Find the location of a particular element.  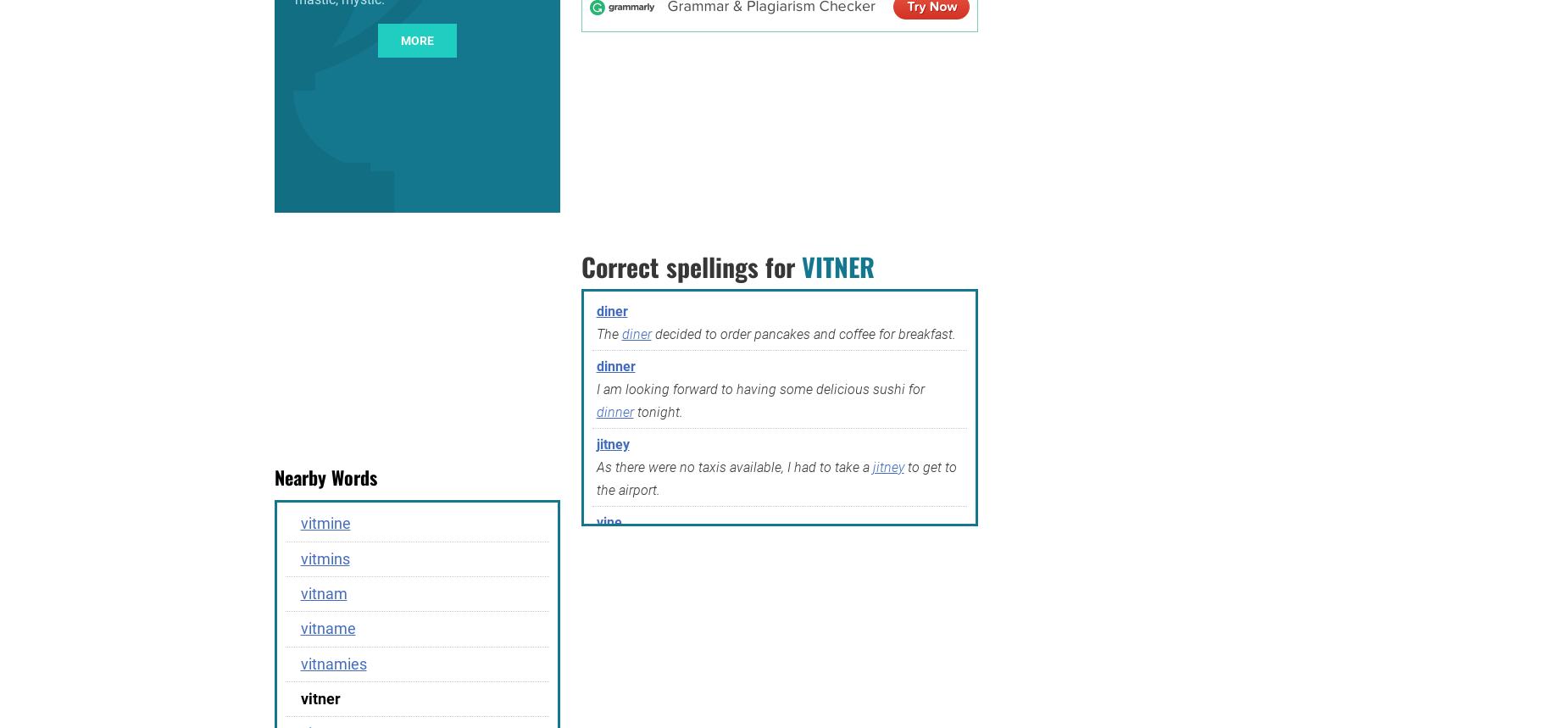

'vitname' is located at coordinates (326, 627).